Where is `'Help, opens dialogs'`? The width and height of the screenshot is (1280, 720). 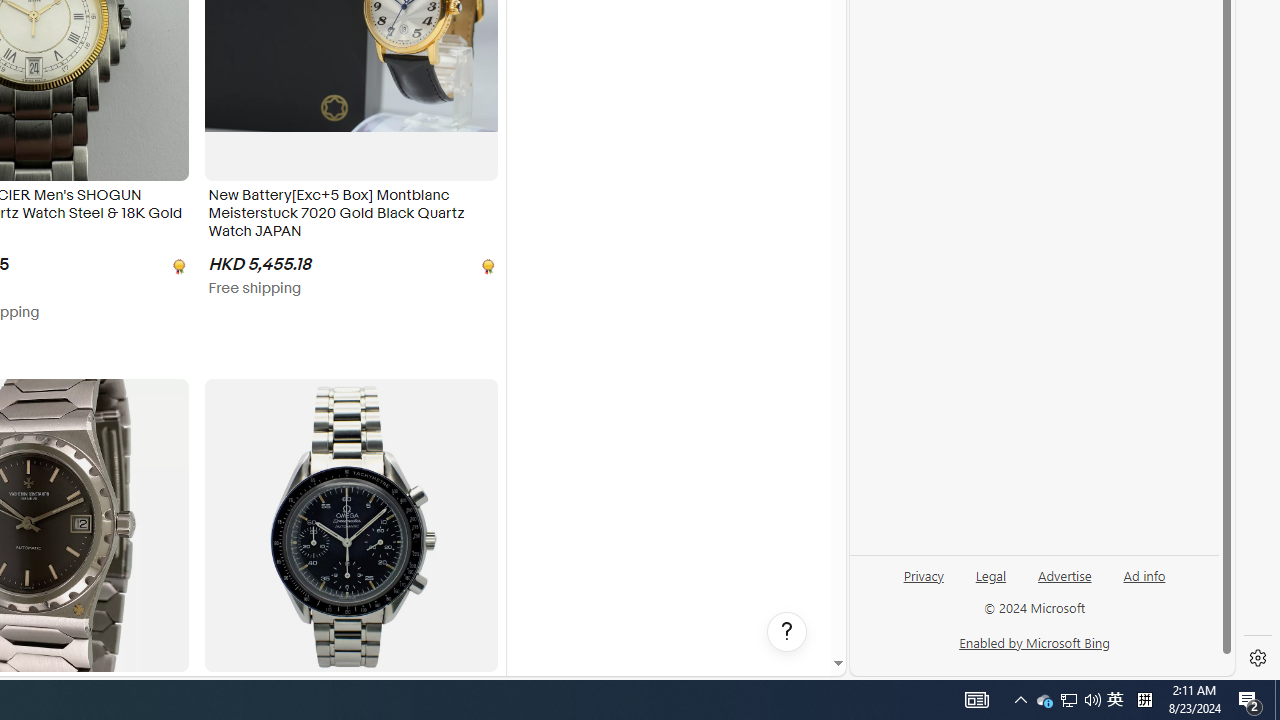
'Help, opens dialogs' is located at coordinates (786, 632).